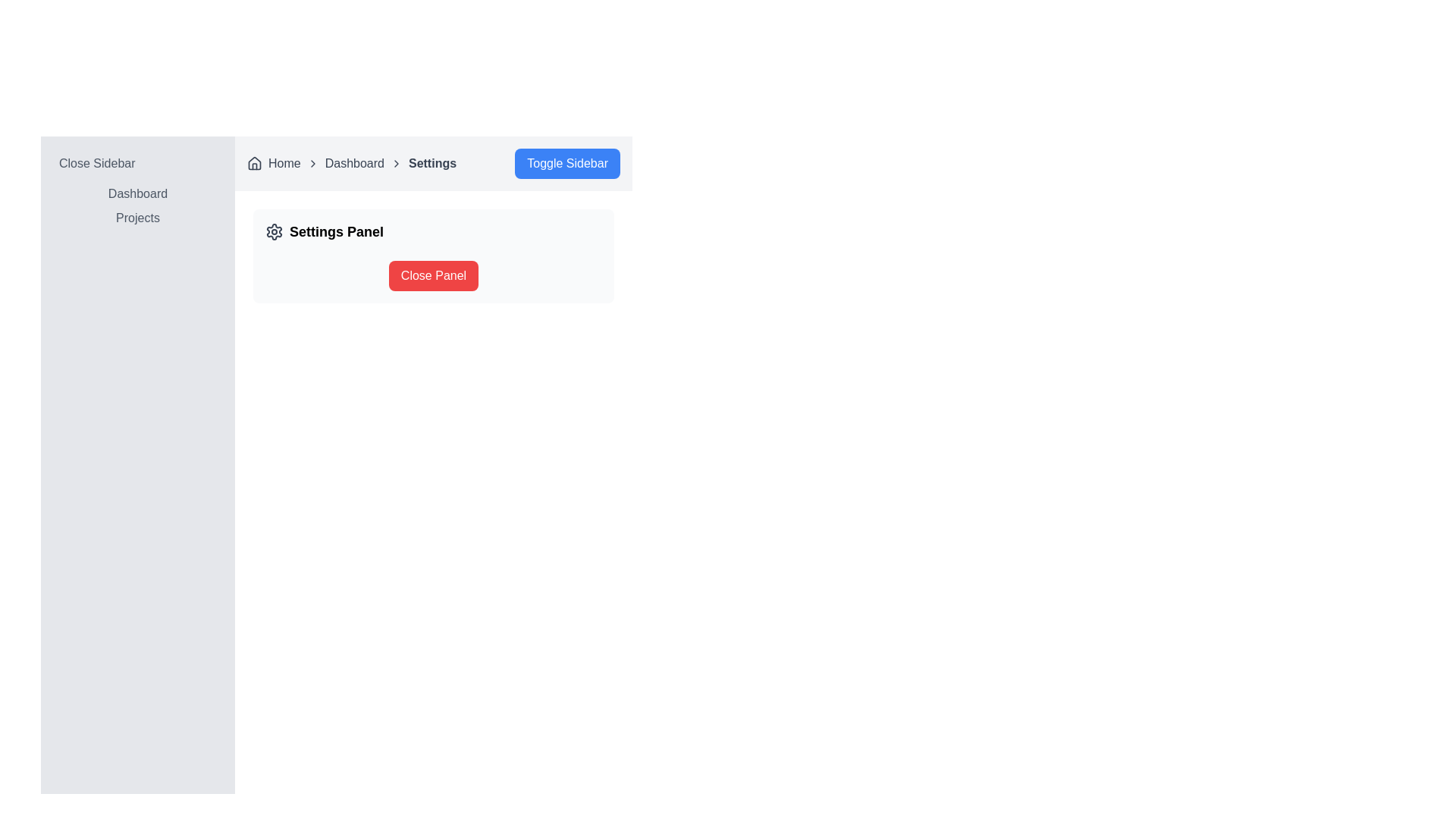 The height and width of the screenshot is (819, 1456). I want to click on the 'Close Panel' button, which is a rectangular button with rounded corners and a red background, so click(432, 275).